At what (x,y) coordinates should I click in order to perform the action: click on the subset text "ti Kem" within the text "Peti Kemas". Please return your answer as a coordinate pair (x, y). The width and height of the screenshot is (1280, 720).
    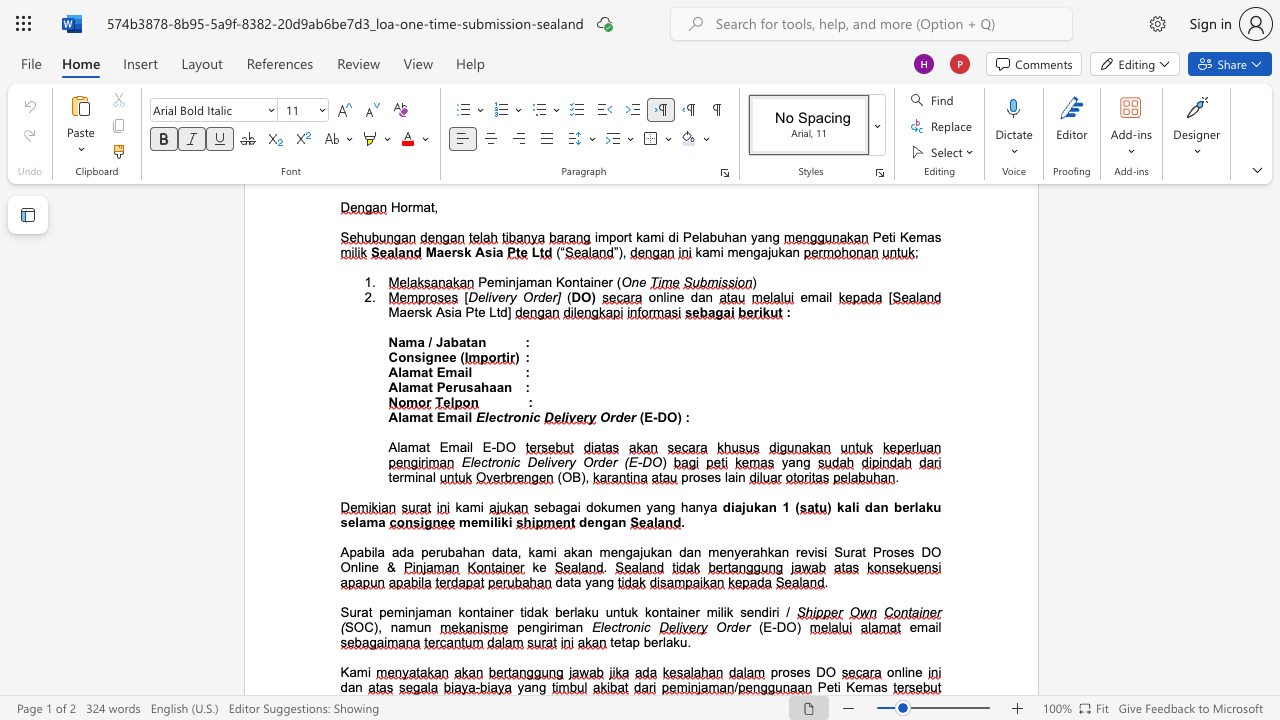
    Looking at the image, I should click on (834, 686).